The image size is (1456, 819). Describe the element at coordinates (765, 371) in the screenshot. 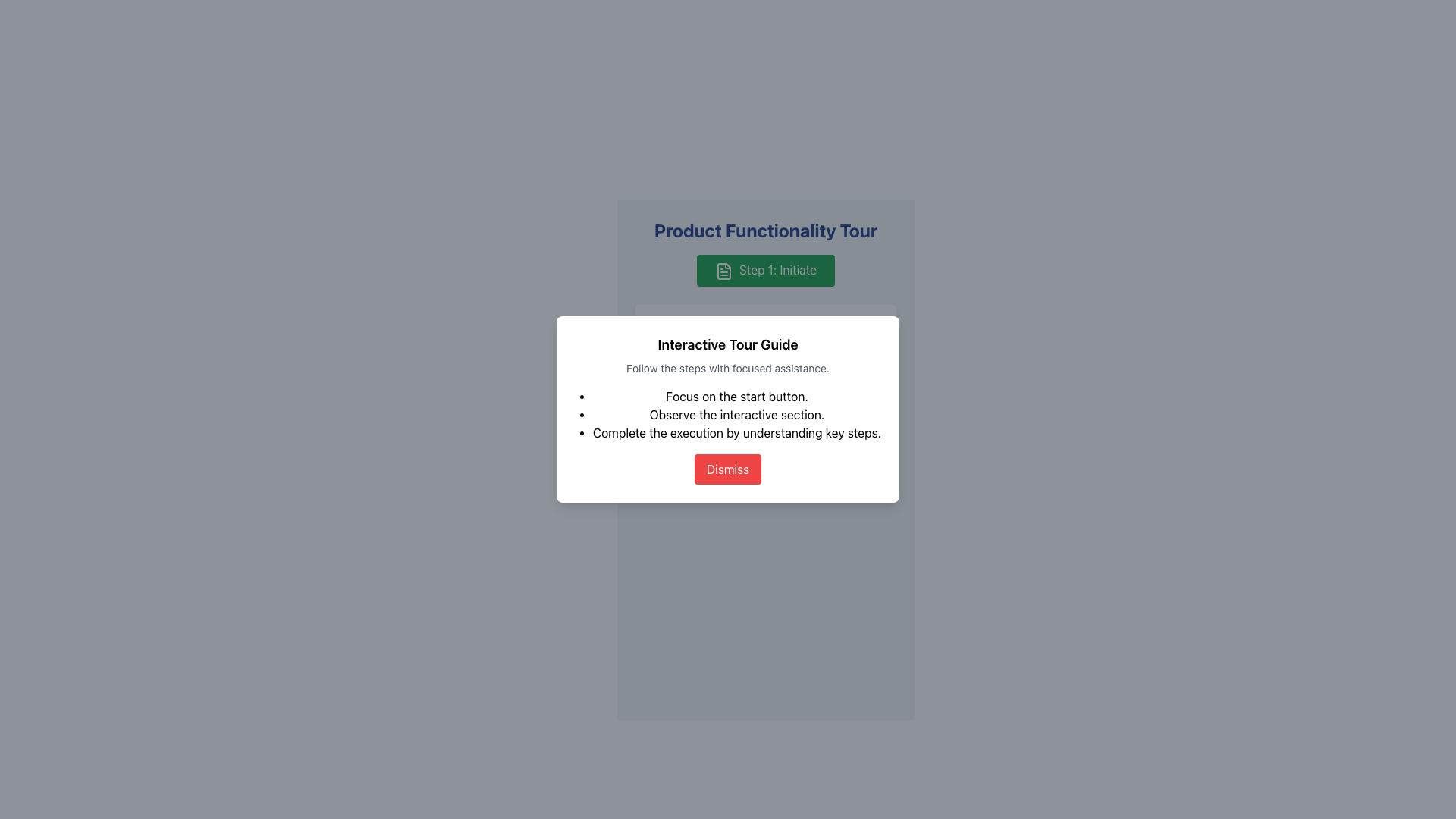

I see `the centered text component that reads 'Follow the steps with focused assistance.' located beneath the 'Interactive Tour Guide' heading` at that location.